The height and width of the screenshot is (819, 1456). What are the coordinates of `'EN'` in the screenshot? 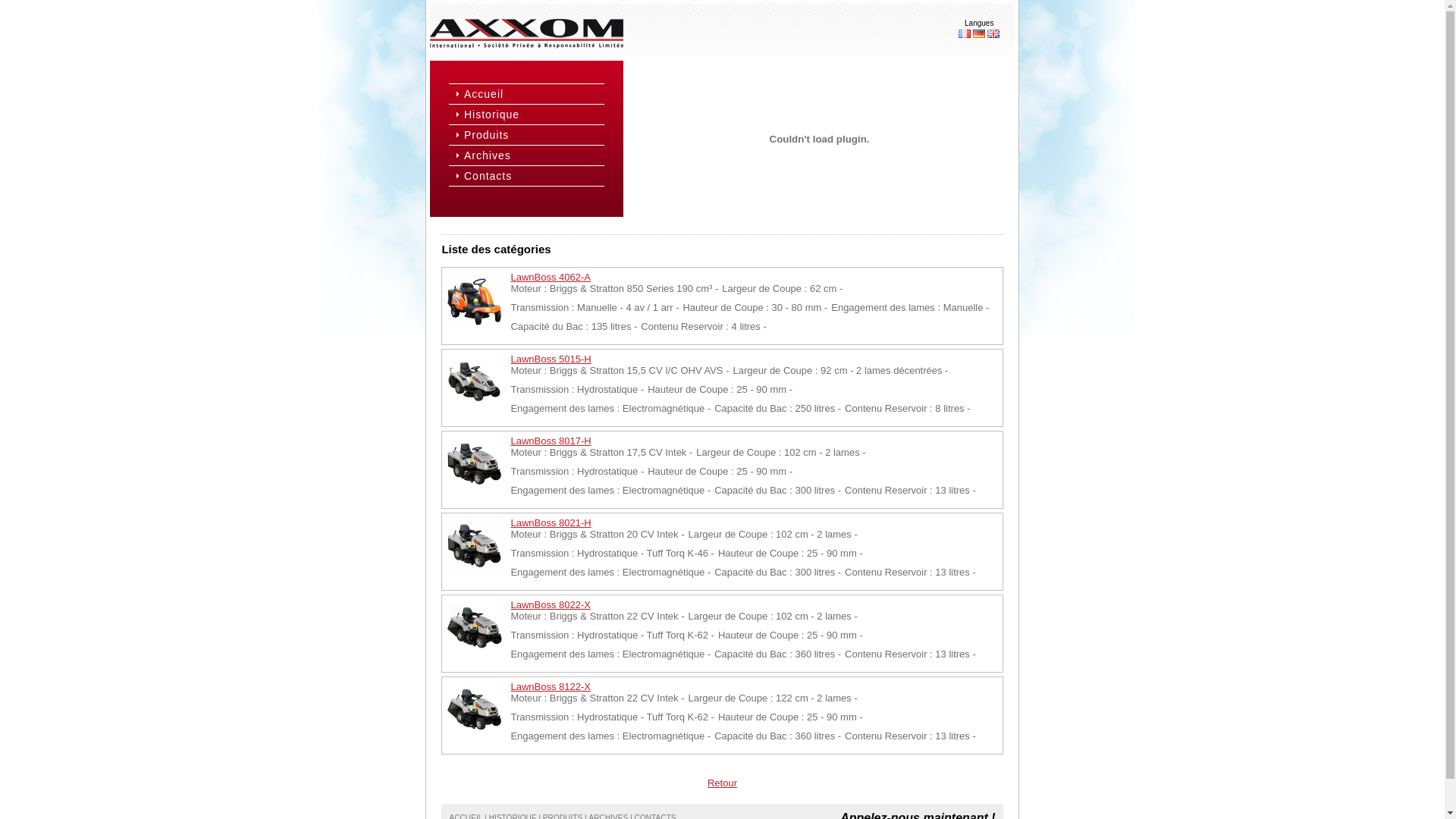 It's located at (993, 33).